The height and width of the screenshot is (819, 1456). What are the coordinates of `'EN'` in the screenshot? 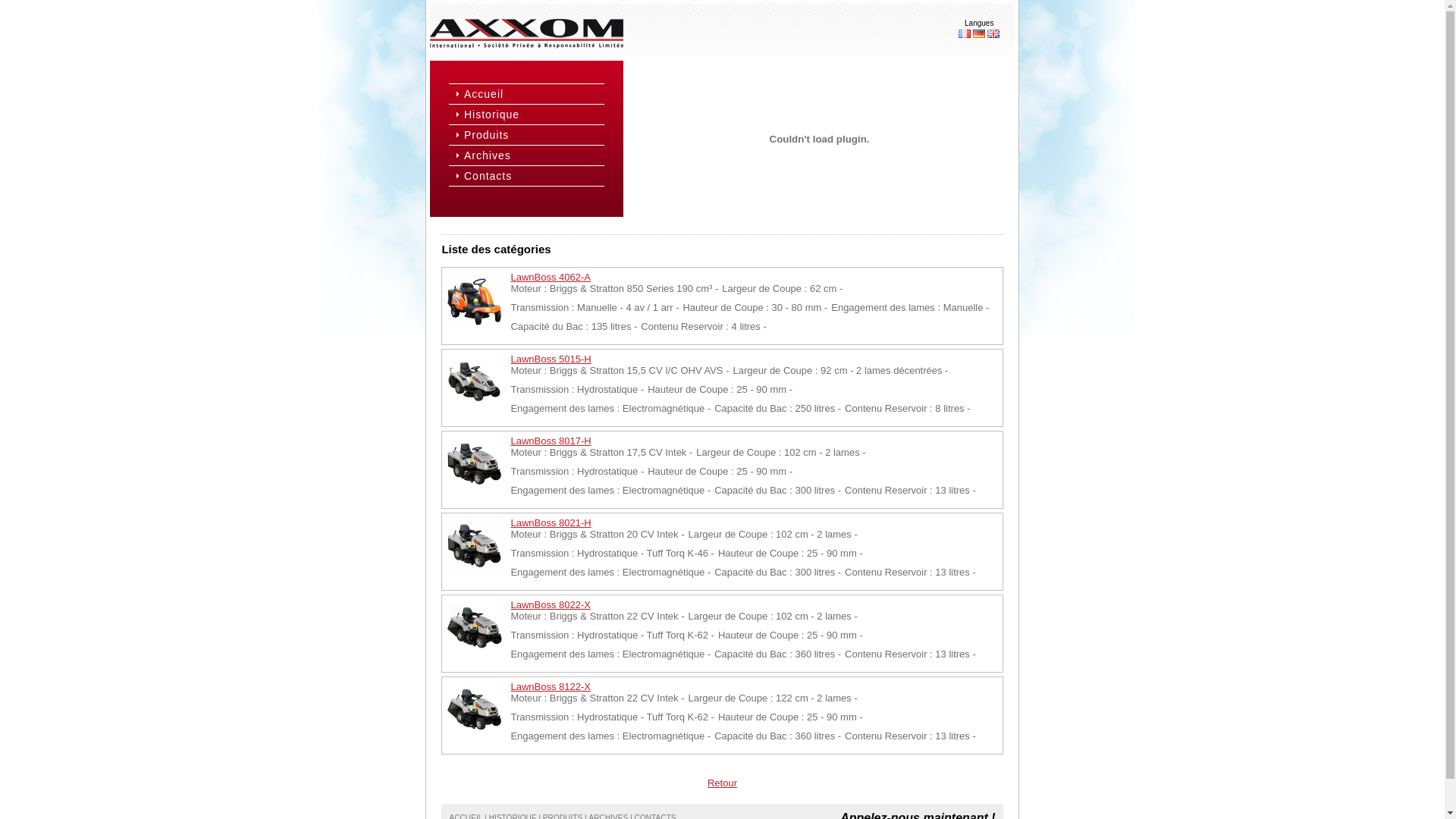 It's located at (993, 33).